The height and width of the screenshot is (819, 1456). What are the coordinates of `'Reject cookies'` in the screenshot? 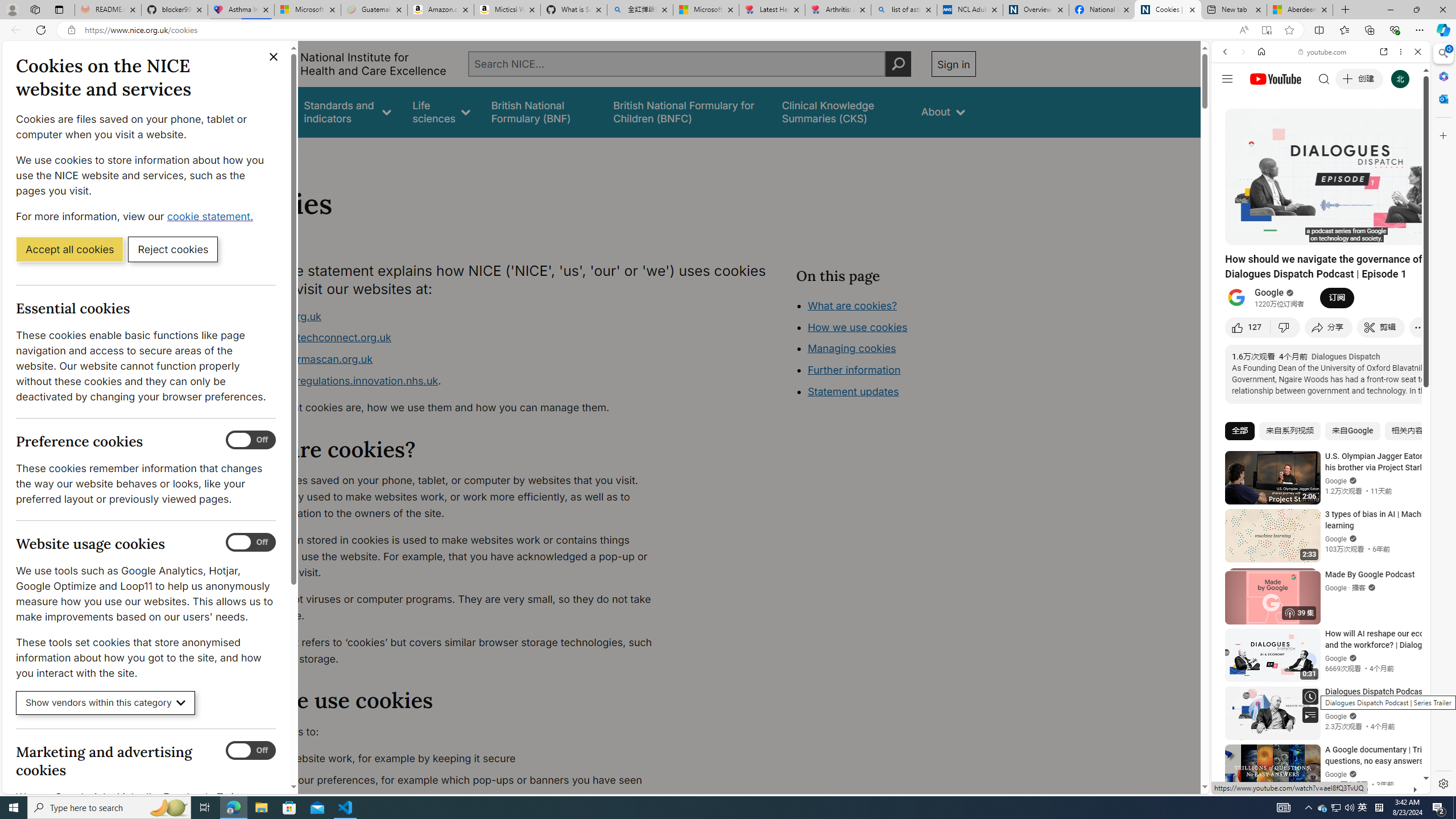 It's located at (172, 248).